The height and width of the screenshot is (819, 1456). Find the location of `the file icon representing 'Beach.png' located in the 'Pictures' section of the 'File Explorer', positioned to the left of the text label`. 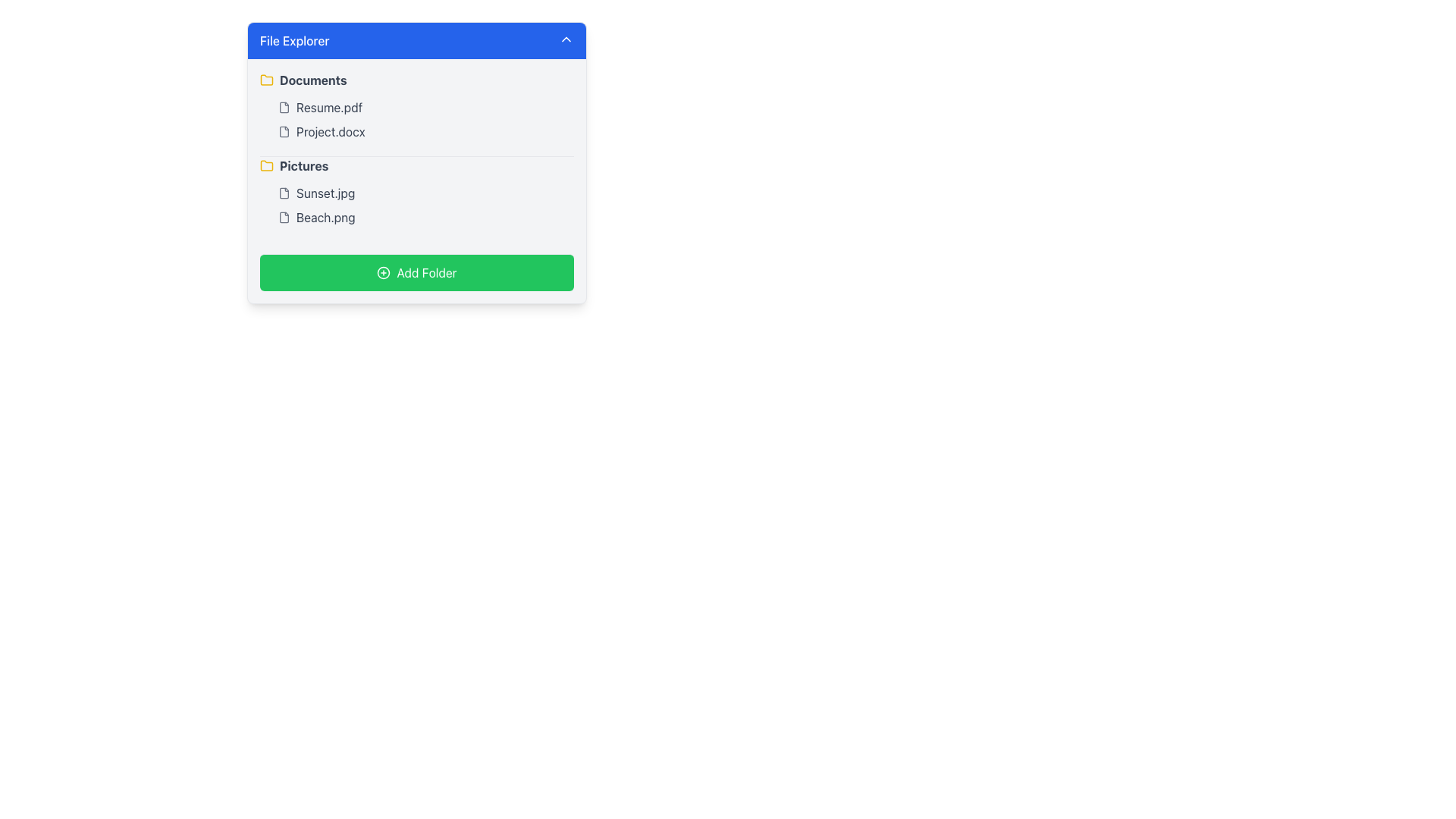

the file icon representing 'Beach.png' located in the 'Pictures' section of the 'File Explorer', positioned to the left of the text label is located at coordinates (284, 217).